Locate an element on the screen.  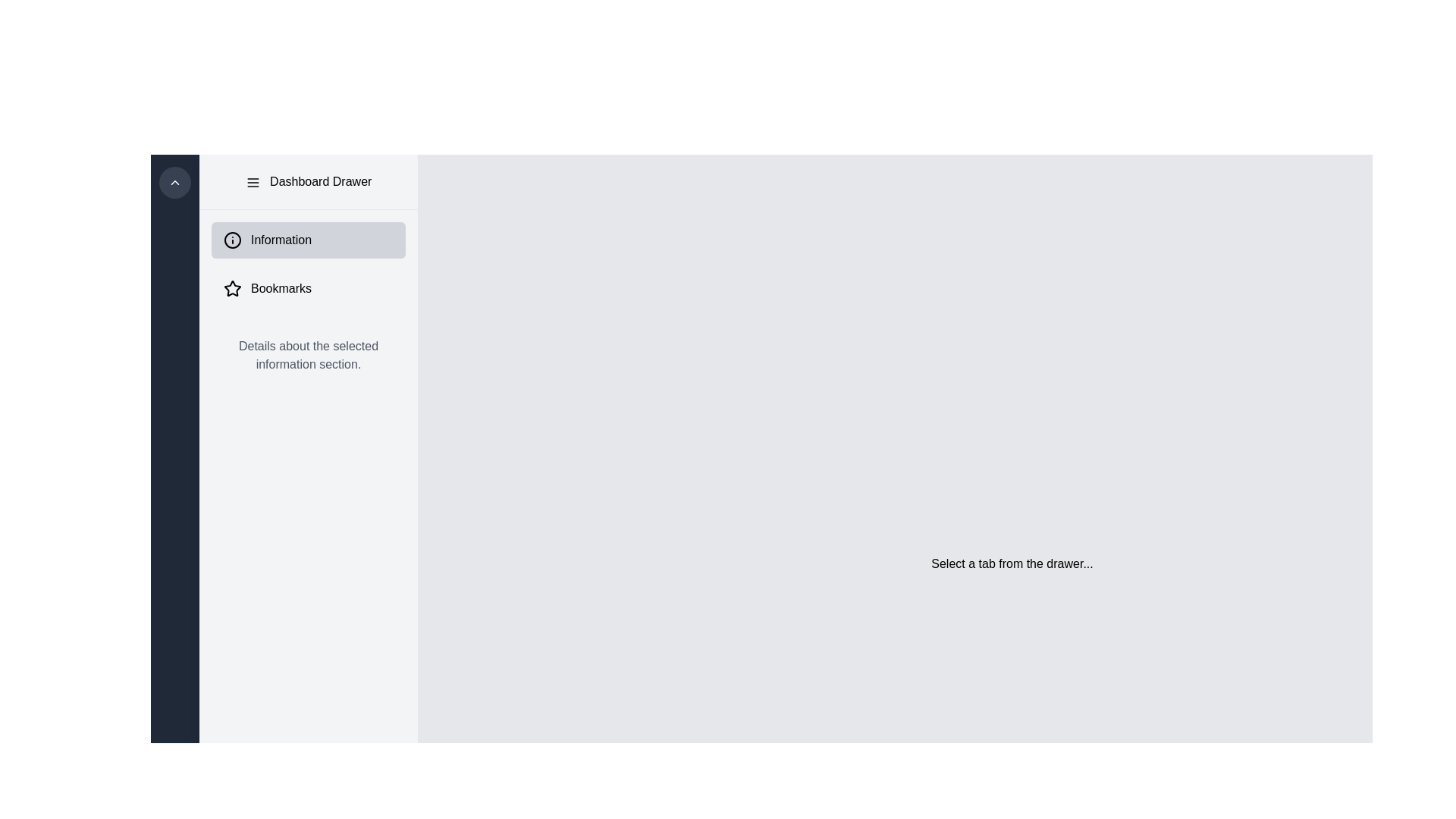
the 'Information' button, which is a rectangular button with a light gray background and an 'i' icon, positioned in the sidebar above 'Bookmarks' is located at coordinates (308, 239).